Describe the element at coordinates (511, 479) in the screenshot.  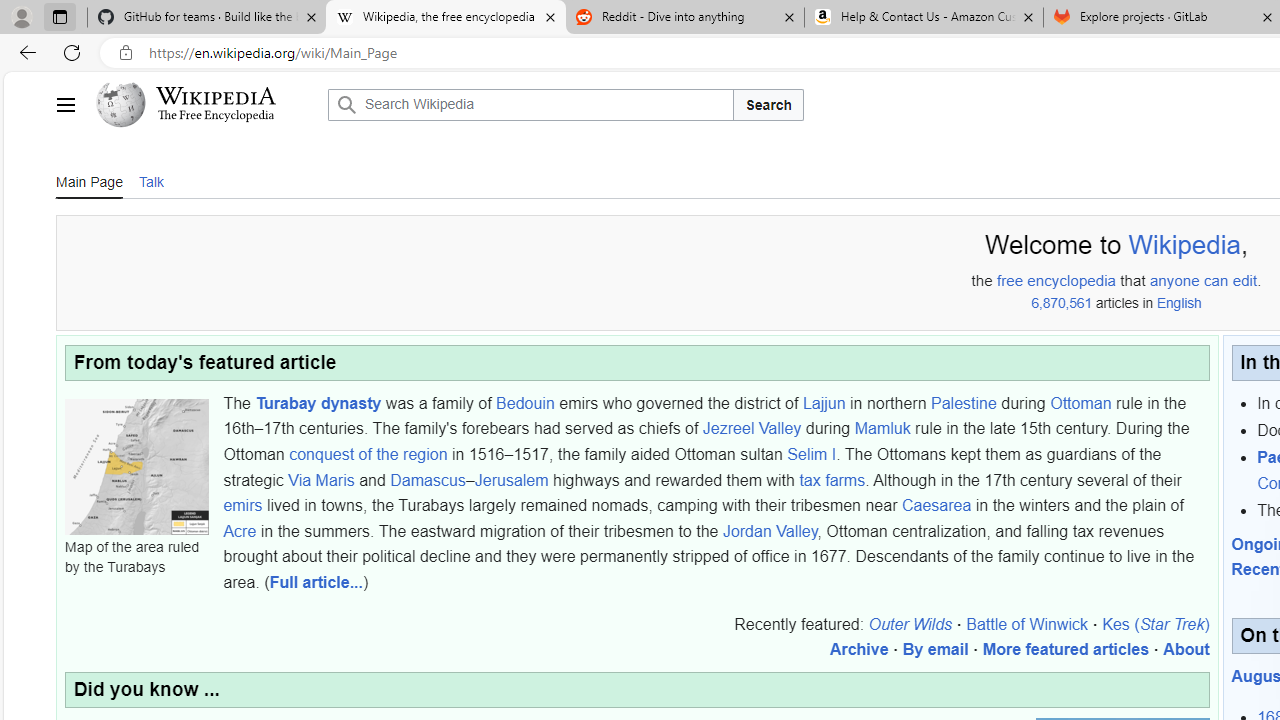
I see `'Jerusalem'` at that location.